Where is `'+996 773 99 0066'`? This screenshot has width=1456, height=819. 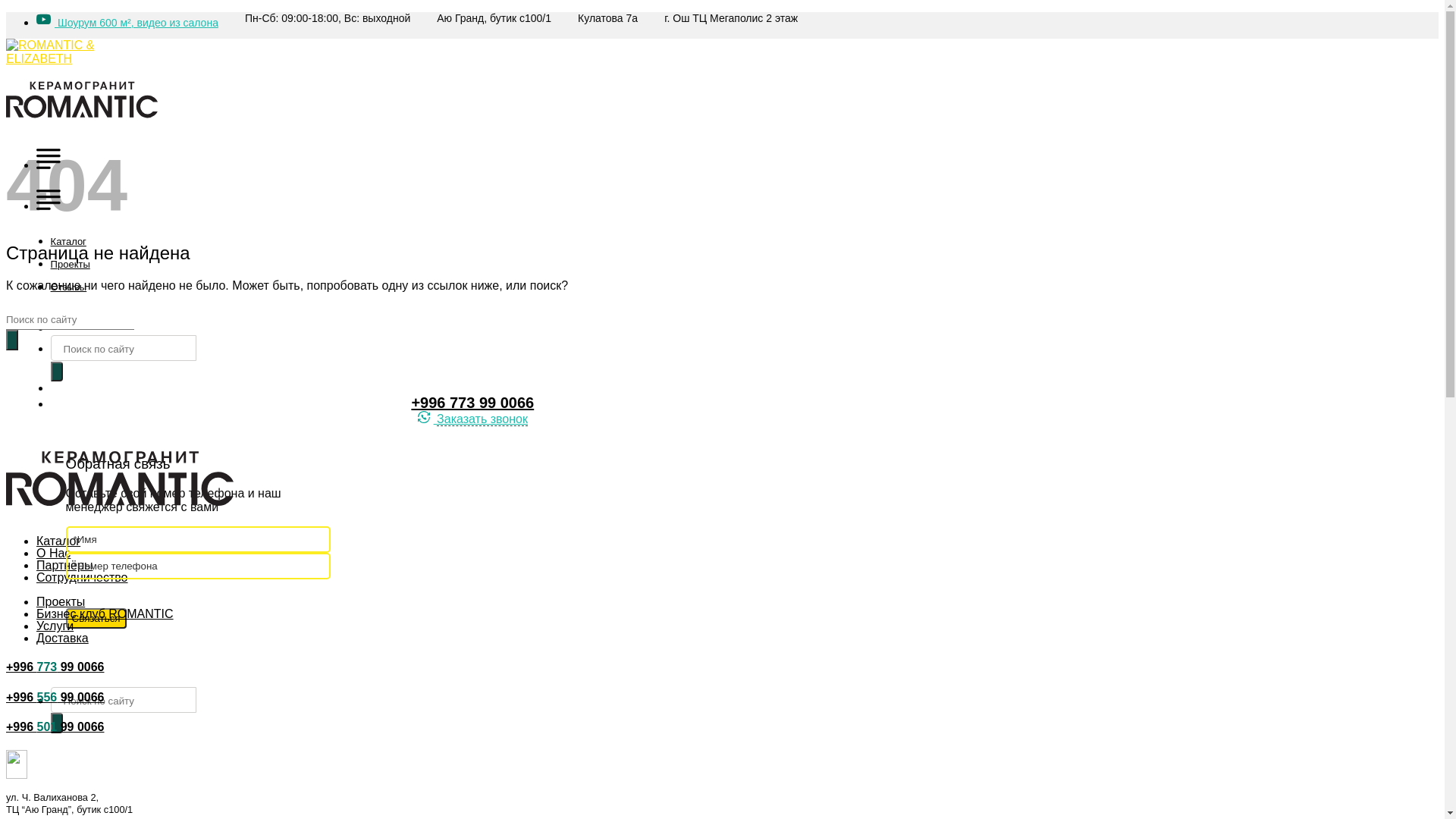
'+996 773 99 0066' is located at coordinates (55, 666).